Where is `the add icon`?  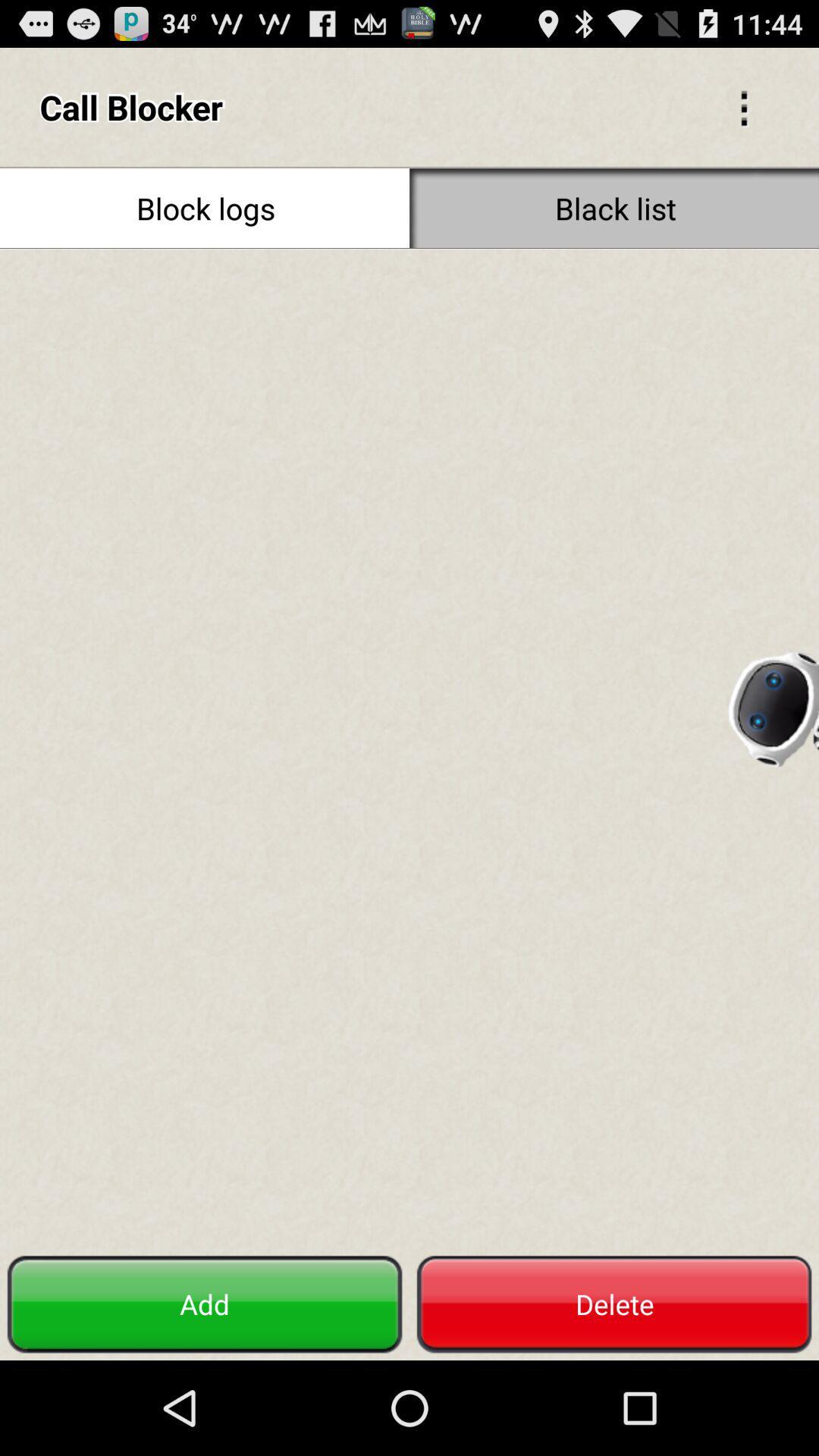
the add icon is located at coordinates (205, 1304).